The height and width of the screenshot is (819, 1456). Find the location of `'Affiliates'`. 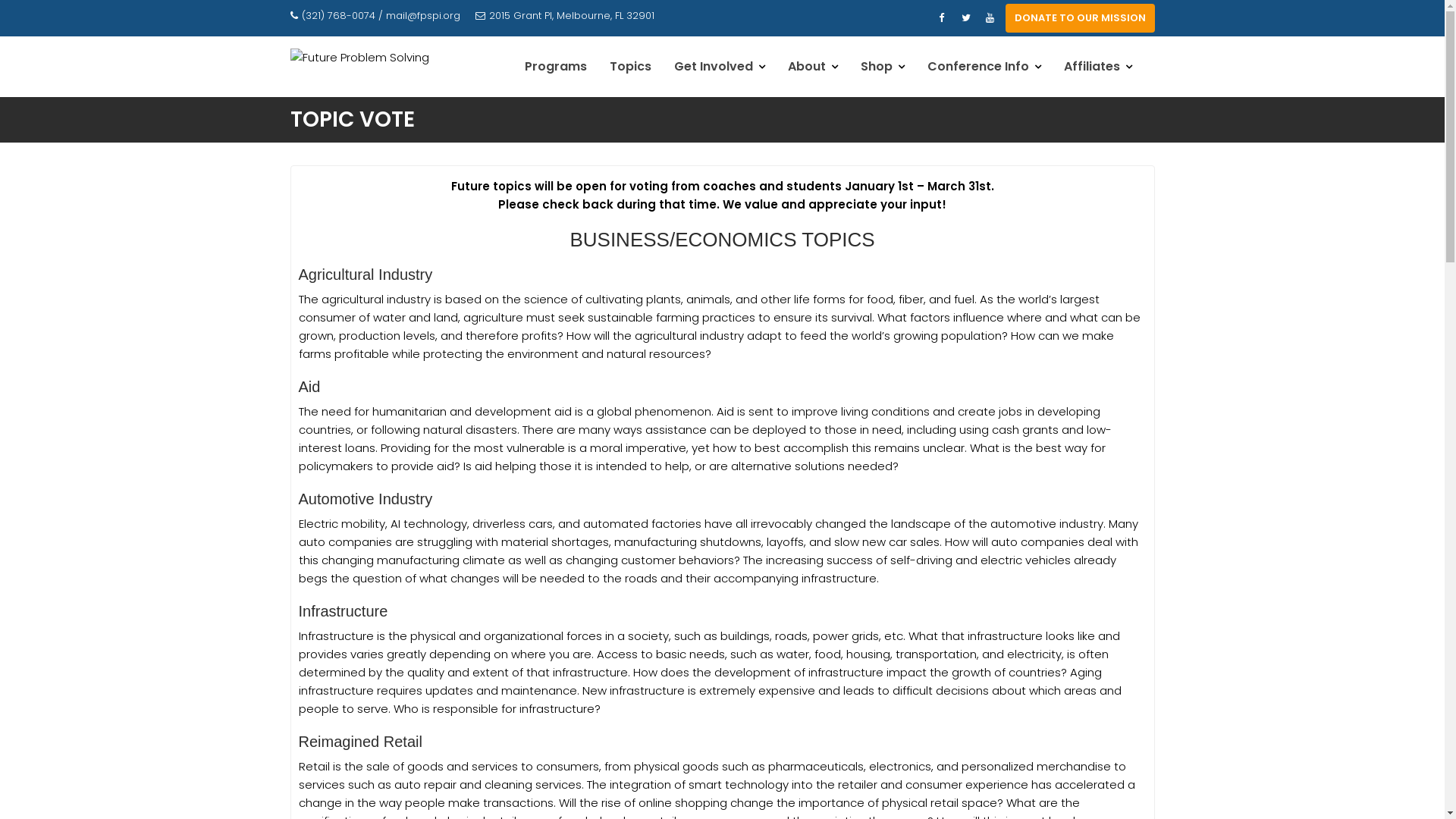

'Affiliates' is located at coordinates (1098, 66).